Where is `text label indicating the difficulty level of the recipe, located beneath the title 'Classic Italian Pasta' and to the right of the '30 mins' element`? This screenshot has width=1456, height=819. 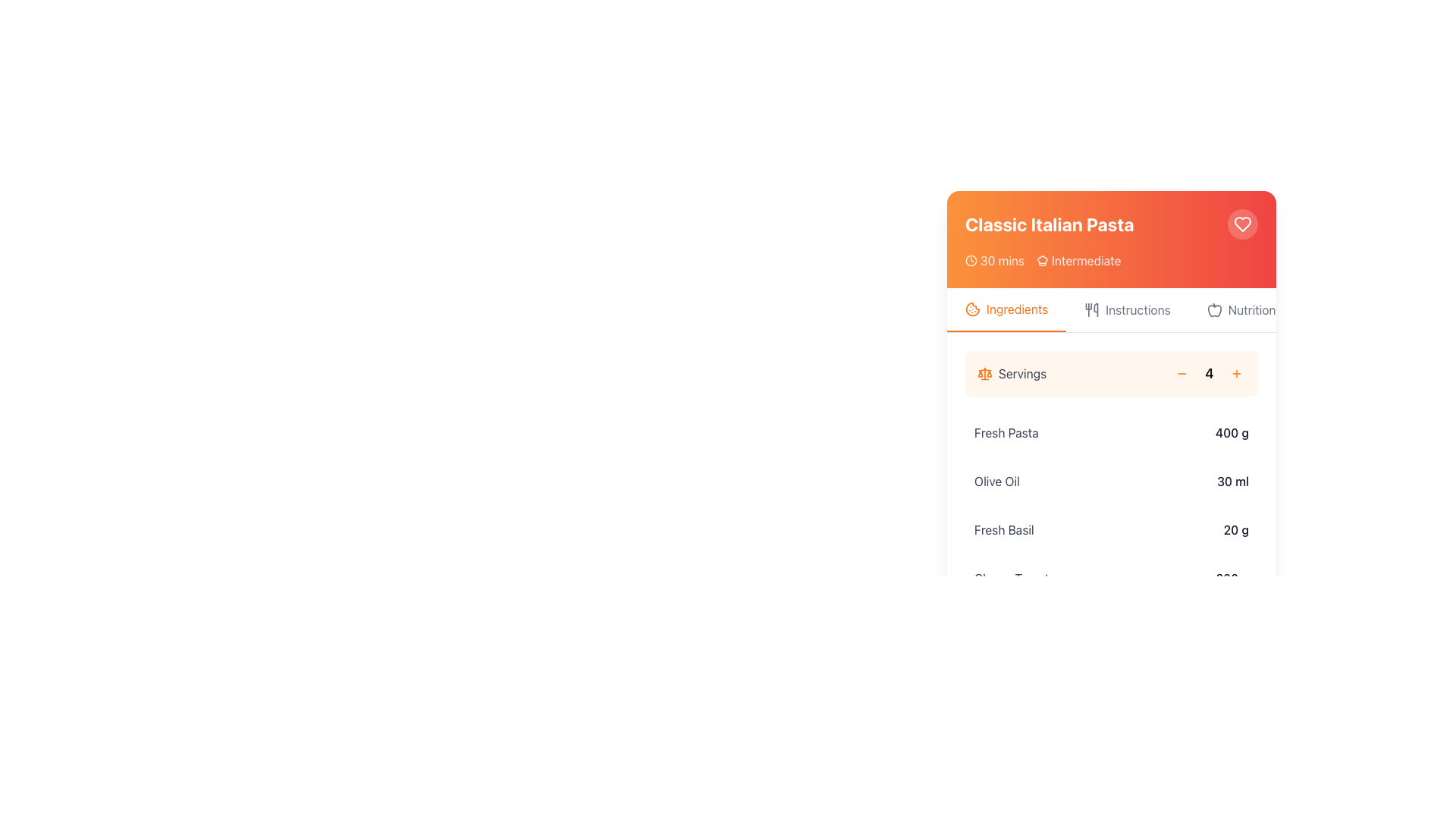 text label indicating the difficulty level of the recipe, located beneath the title 'Classic Italian Pasta' and to the right of the '30 mins' element is located at coordinates (1078, 259).